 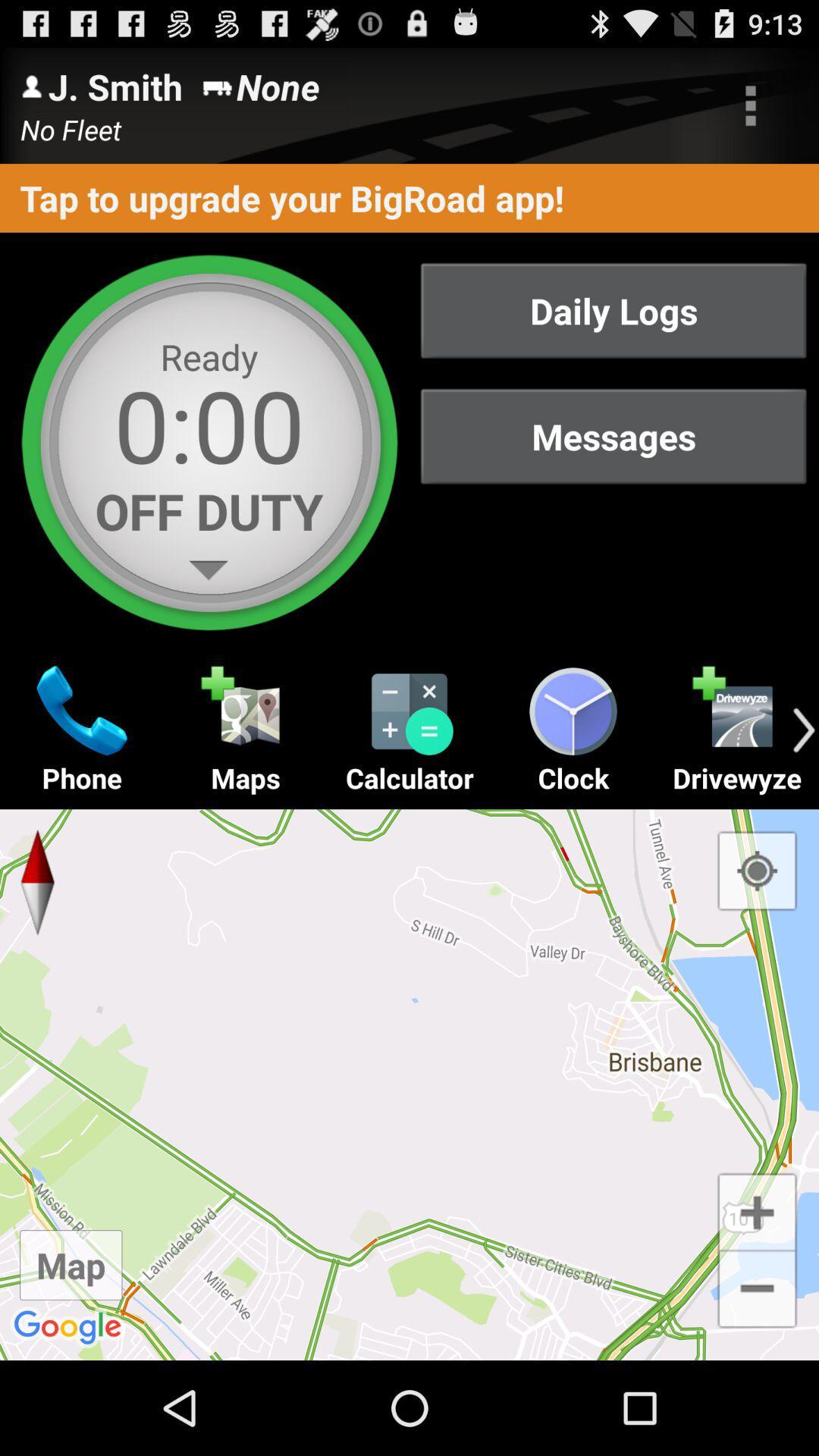 What do you see at coordinates (757, 871) in the screenshot?
I see `location symbol` at bounding box center [757, 871].